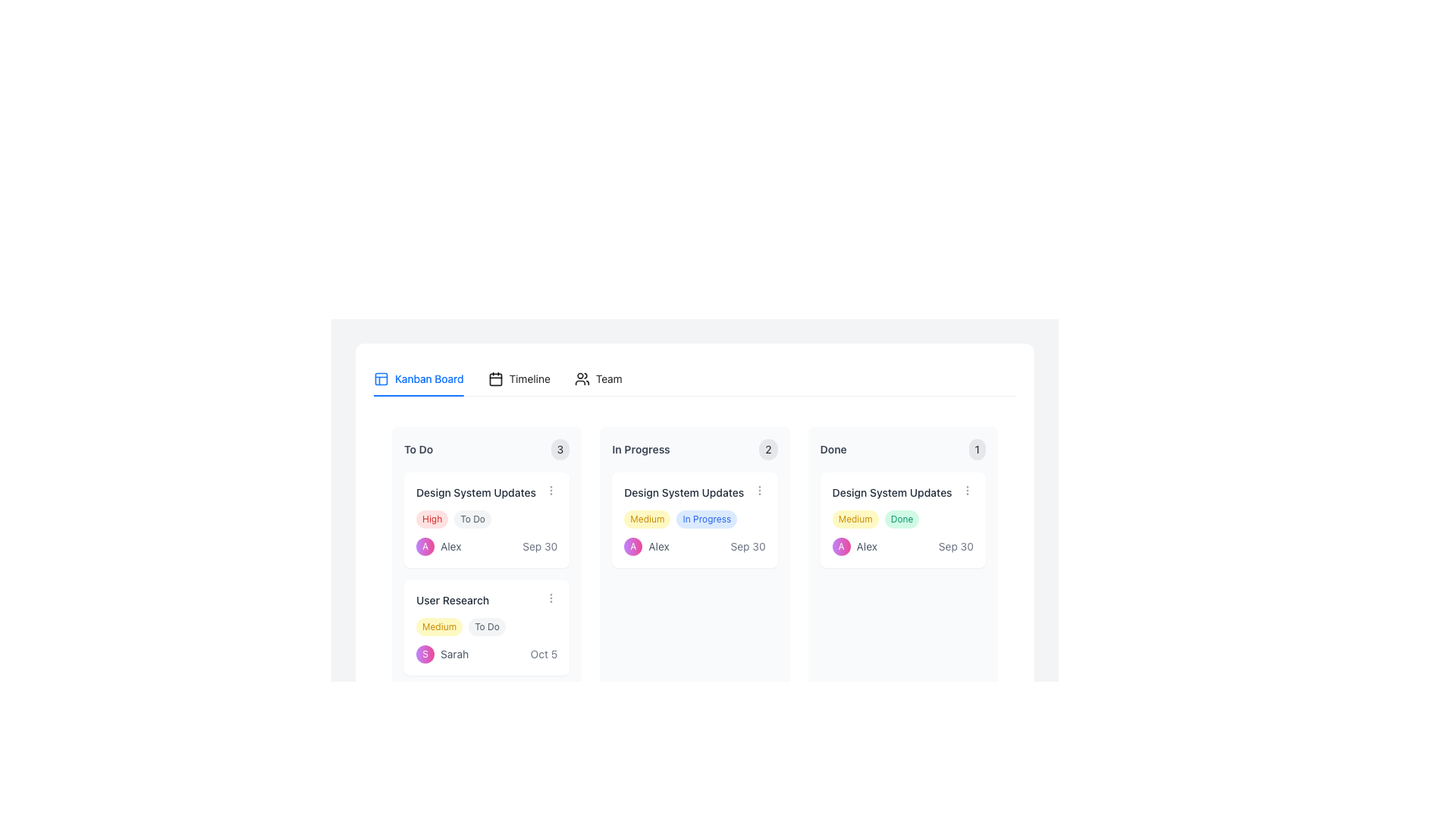 Image resolution: width=1456 pixels, height=819 pixels. Describe the element at coordinates (902, 493) in the screenshot. I see `the textual label that displays 'Design System Updates' located at the upper section of a card in the 'Done' column of a Kanban board layout` at that location.